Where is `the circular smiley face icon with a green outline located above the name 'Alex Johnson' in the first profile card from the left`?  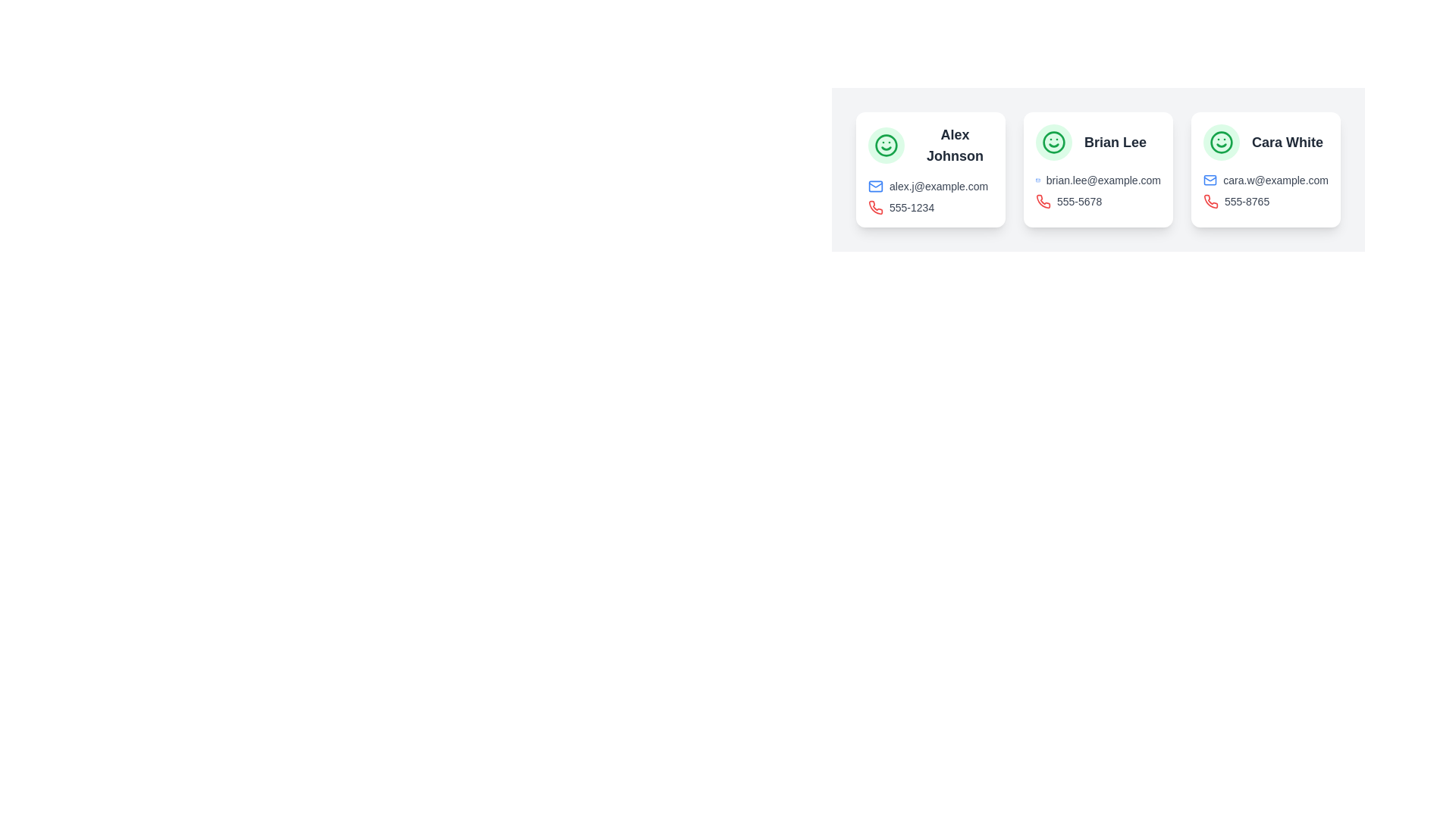 the circular smiley face icon with a green outline located above the name 'Alex Johnson' in the first profile card from the left is located at coordinates (886, 146).